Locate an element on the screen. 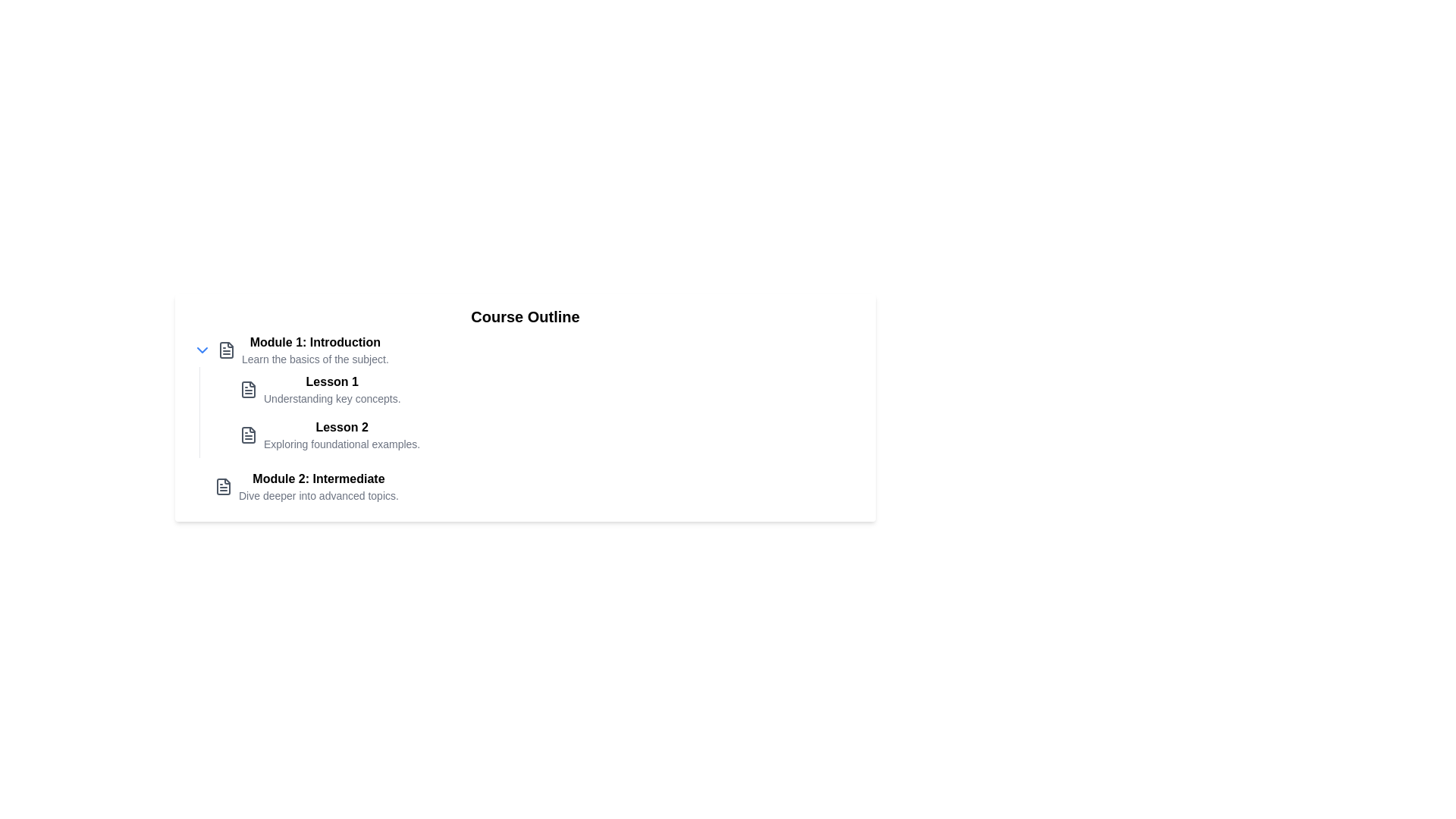  text label representing the title 'Module 2' in the course outline, located in the left section above the description text and below 'Module 1: Introduction' is located at coordinates (318, 479).